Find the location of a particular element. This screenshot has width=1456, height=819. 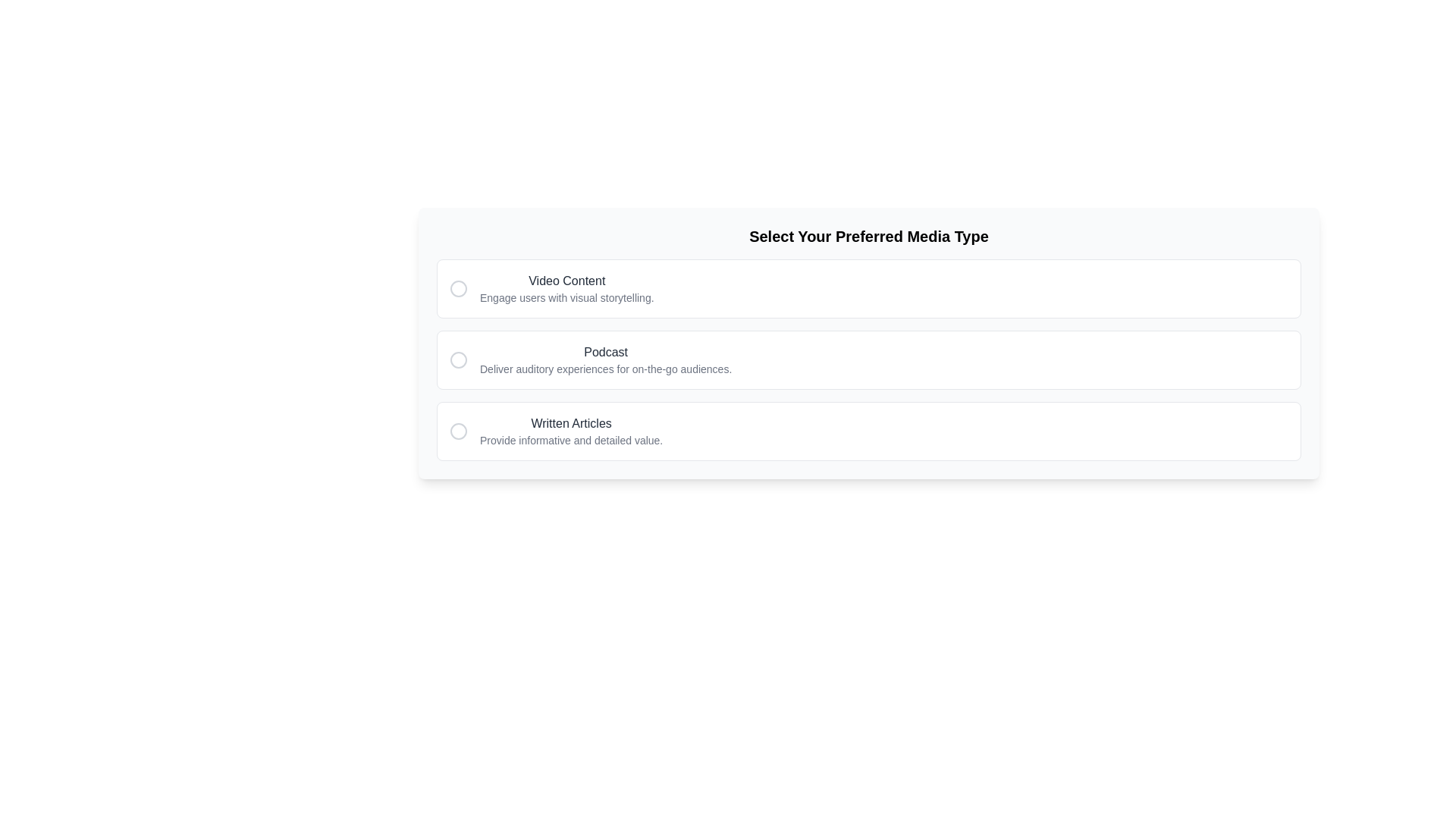

the icon located to the left of the 'Video Content' text label is located at coordinates (457, 289).